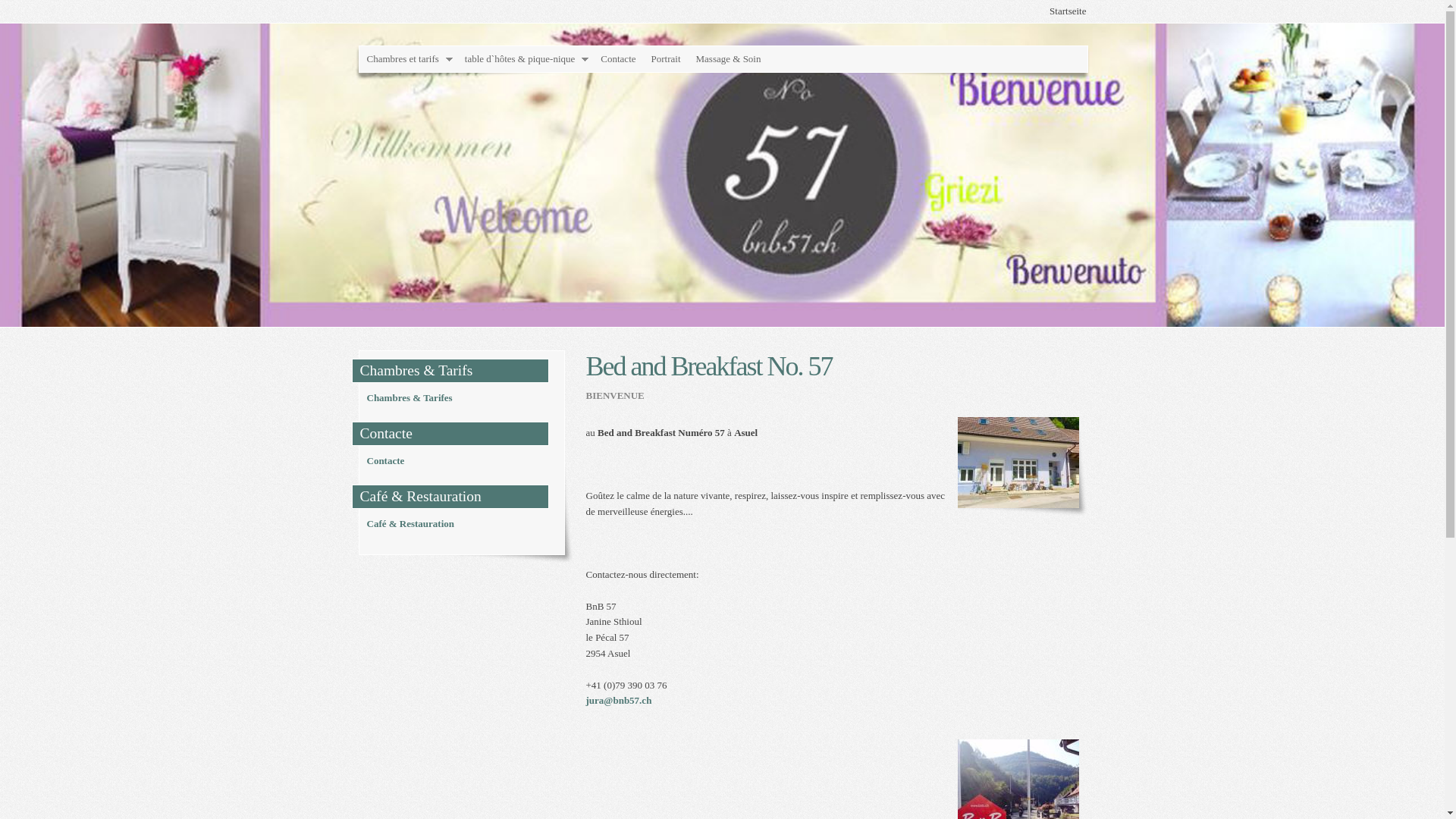 This screenshot has height=819, width=1456. I want to click on 'Portrait', so click(666, 58).